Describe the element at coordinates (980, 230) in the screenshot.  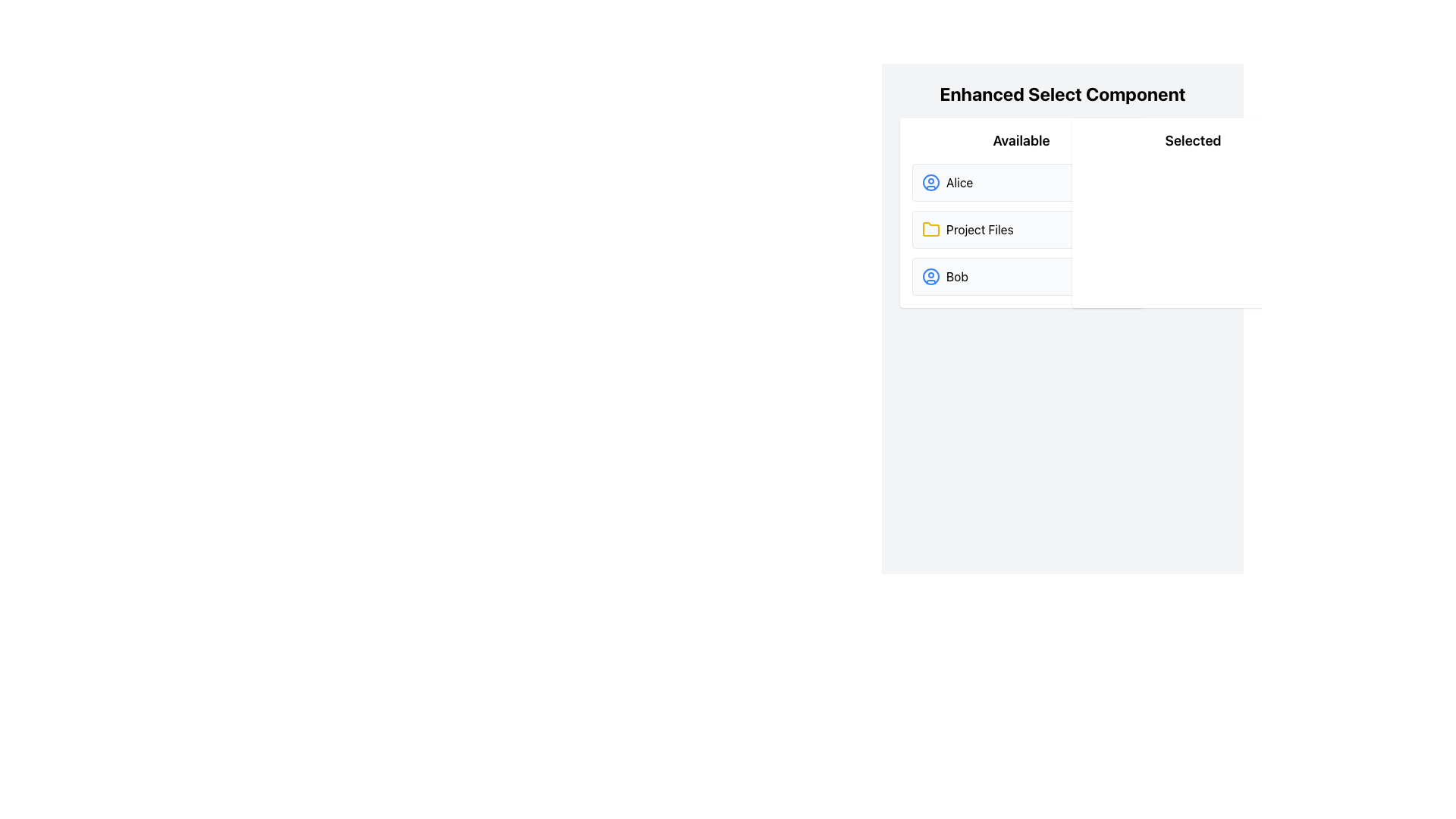
I see `the second item` at that location.